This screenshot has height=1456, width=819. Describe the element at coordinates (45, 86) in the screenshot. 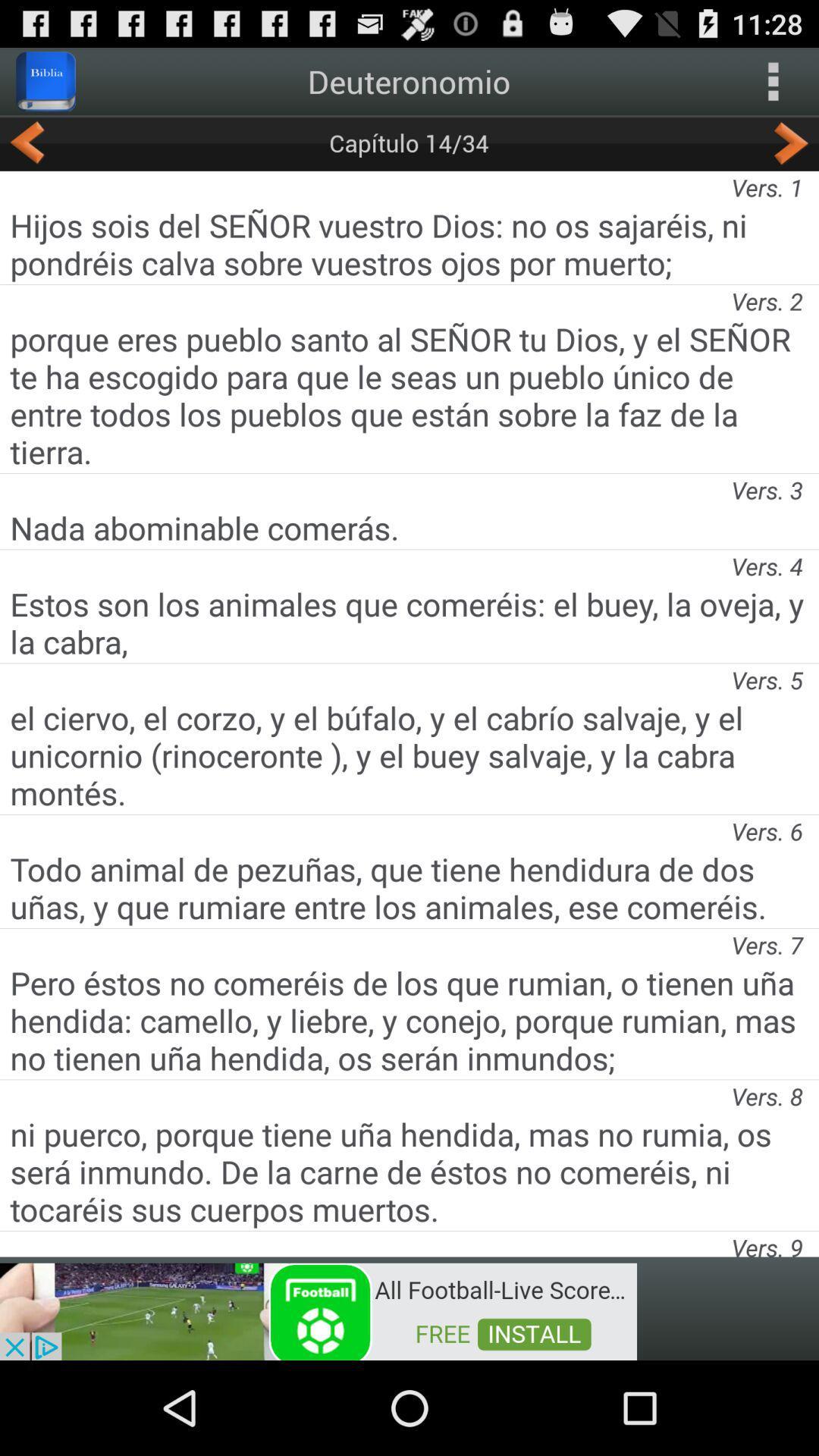

I see `the book icon` at that location.